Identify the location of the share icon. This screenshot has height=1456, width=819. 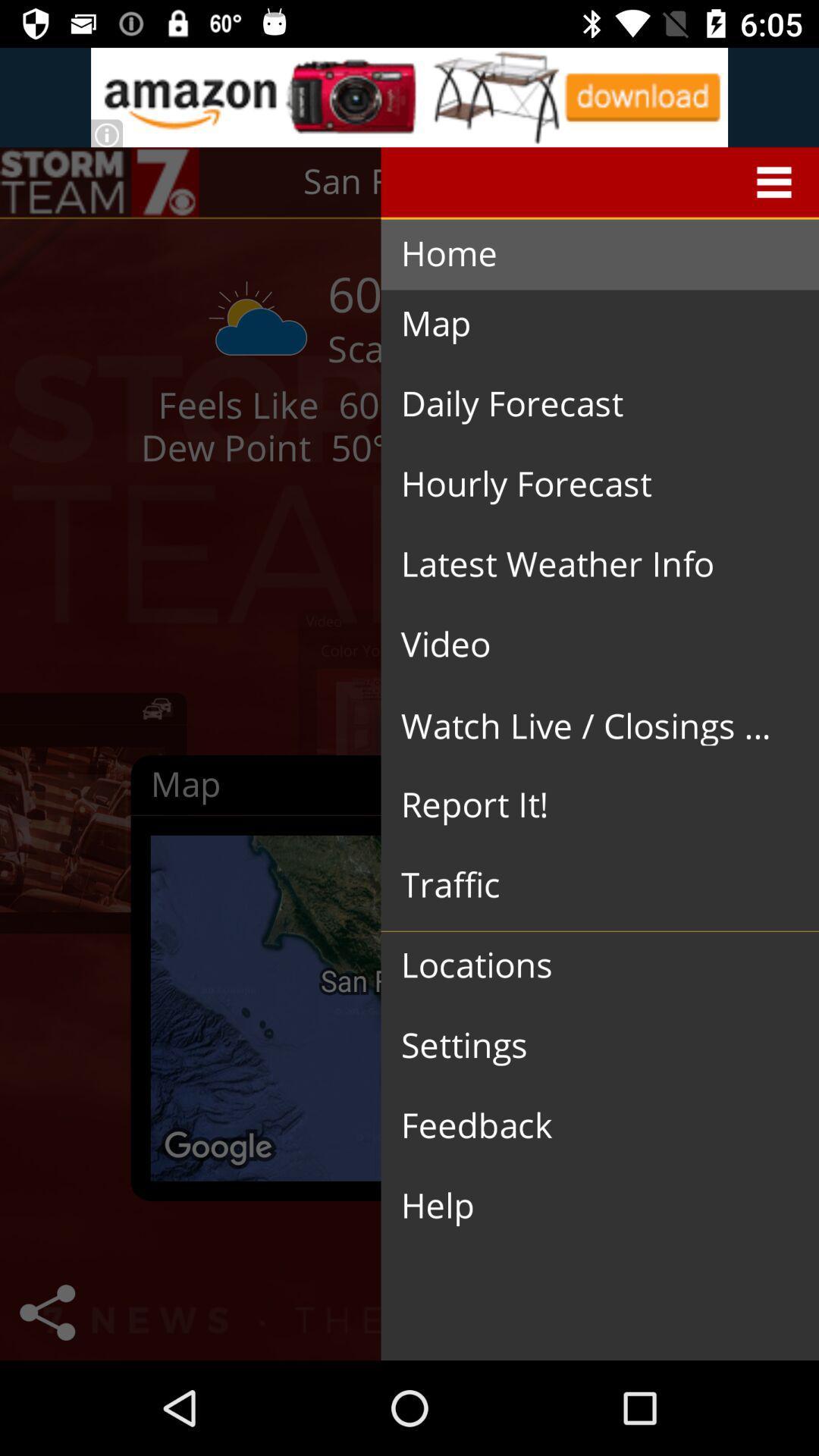
(46, 1312).